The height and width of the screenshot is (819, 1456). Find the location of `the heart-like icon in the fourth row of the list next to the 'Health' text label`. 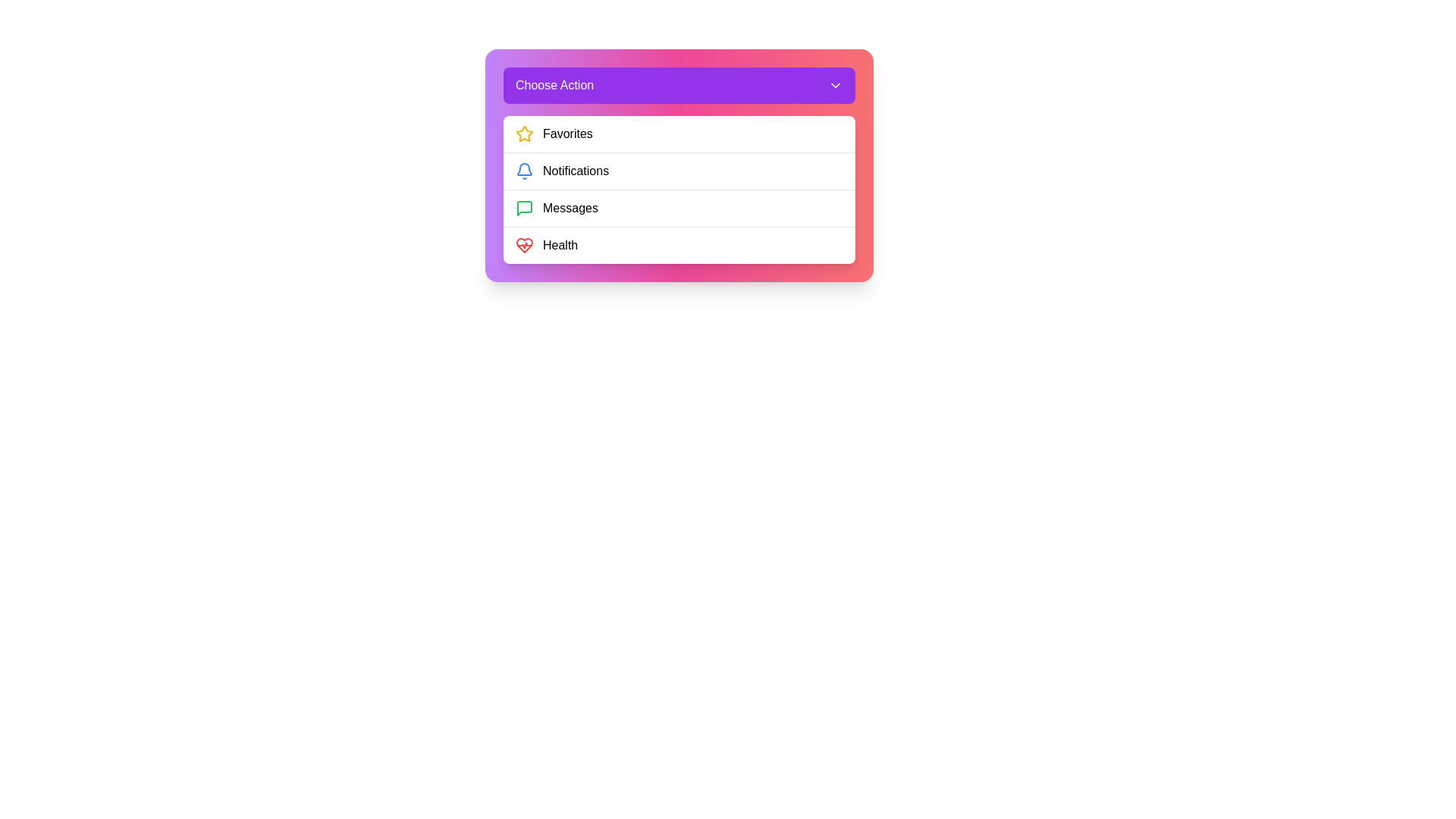

the heart-like icon in the fourth row of the list next to the 'Health' text label is located at coordinates (524, 245).